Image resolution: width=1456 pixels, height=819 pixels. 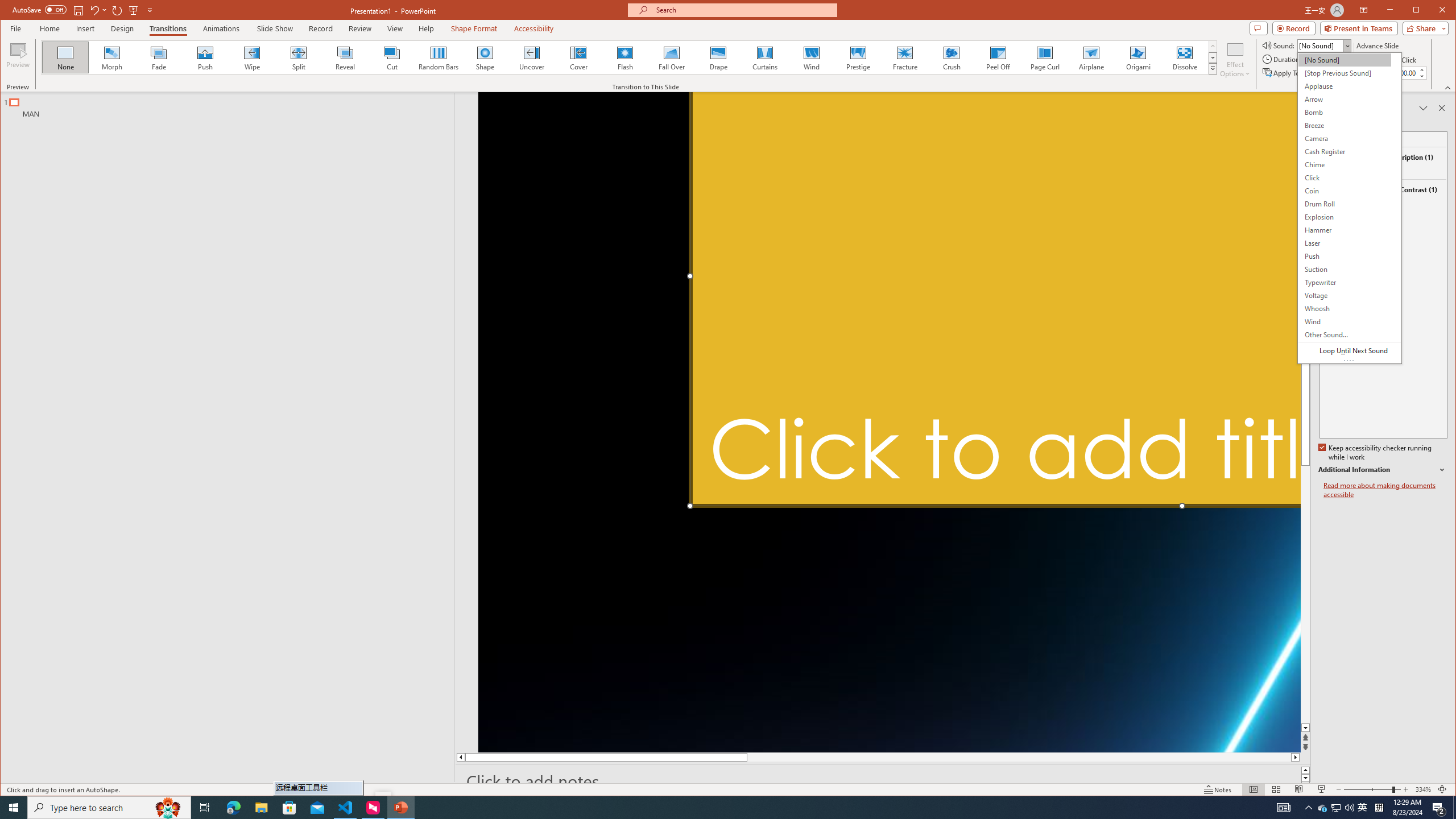 I want to click on 'Type here to search', so click(x=109, y=806).